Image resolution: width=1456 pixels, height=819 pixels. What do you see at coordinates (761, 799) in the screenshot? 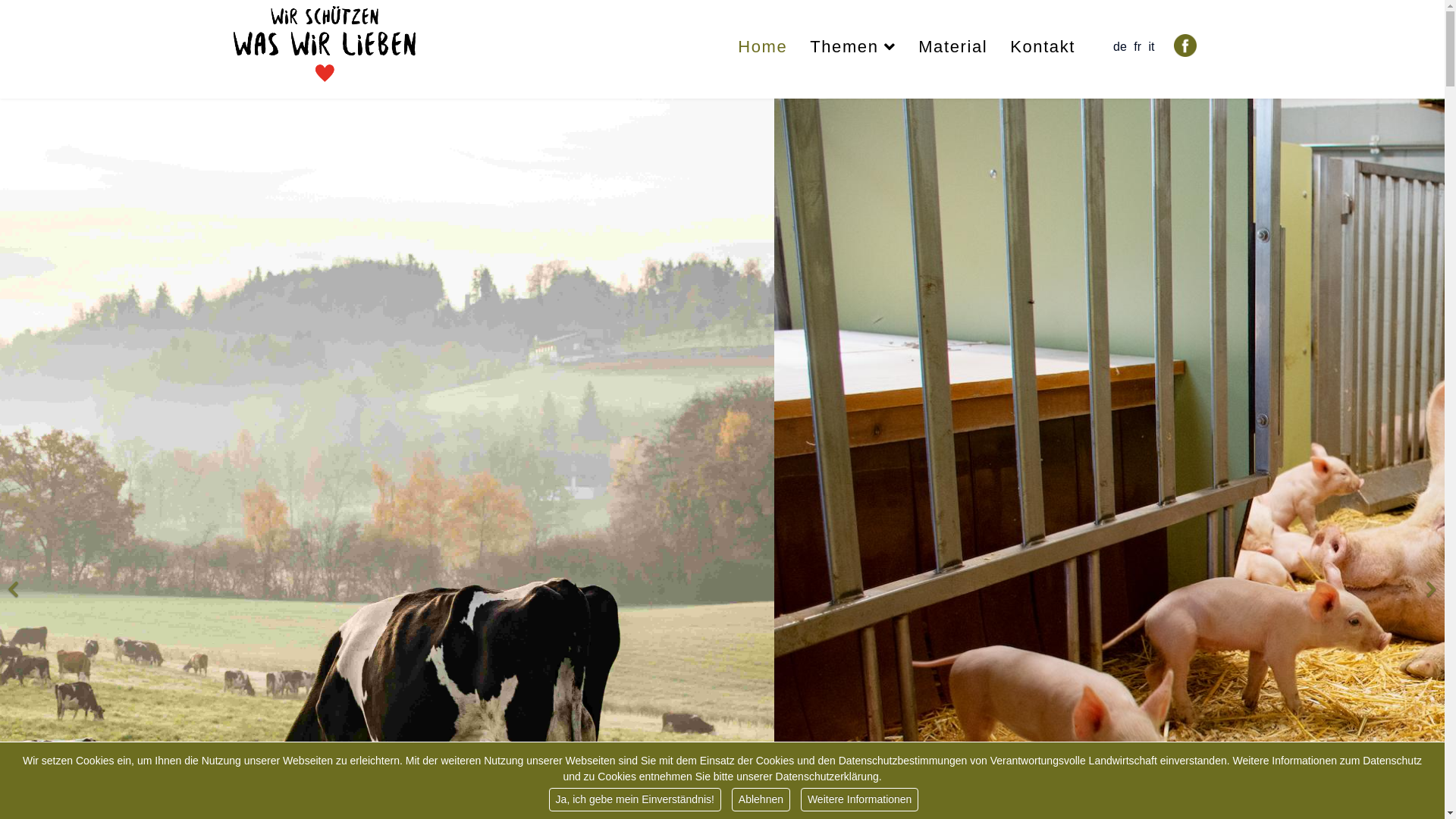
I see `'Ablehnen'` at bounding box center [761, 799].